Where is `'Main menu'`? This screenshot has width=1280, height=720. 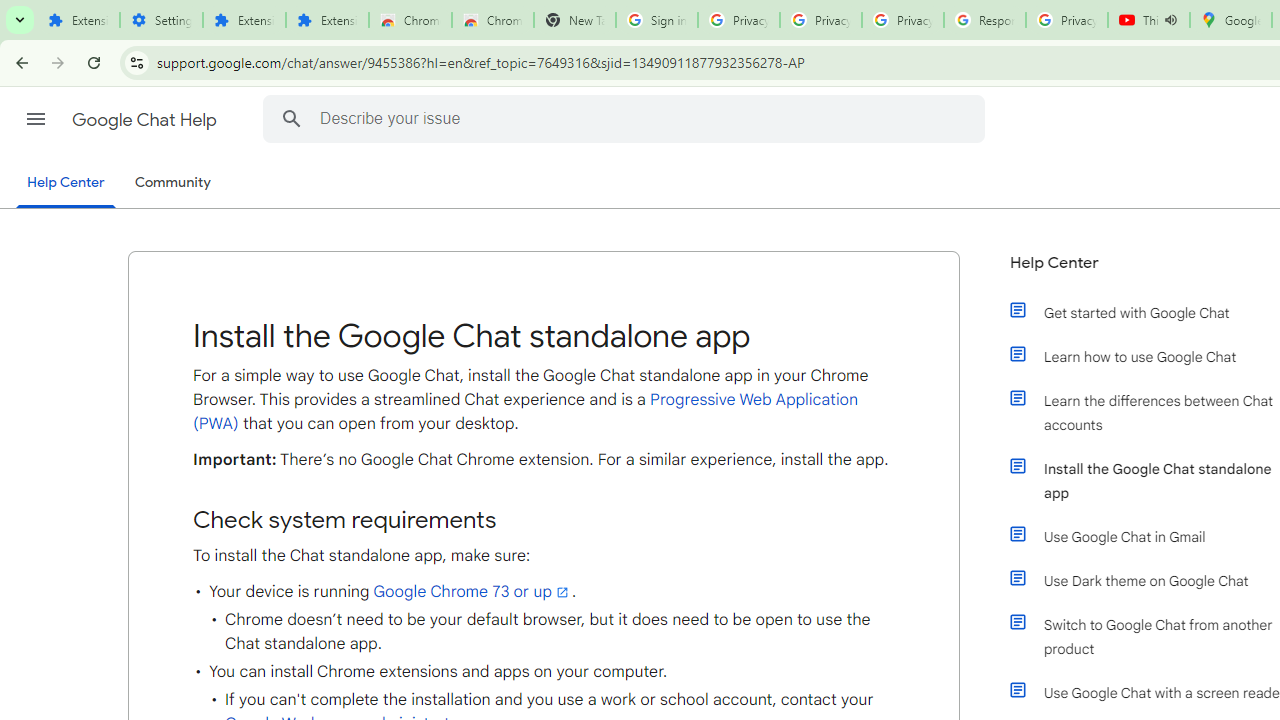
'Main menu' is located at coordinates (35, 119).